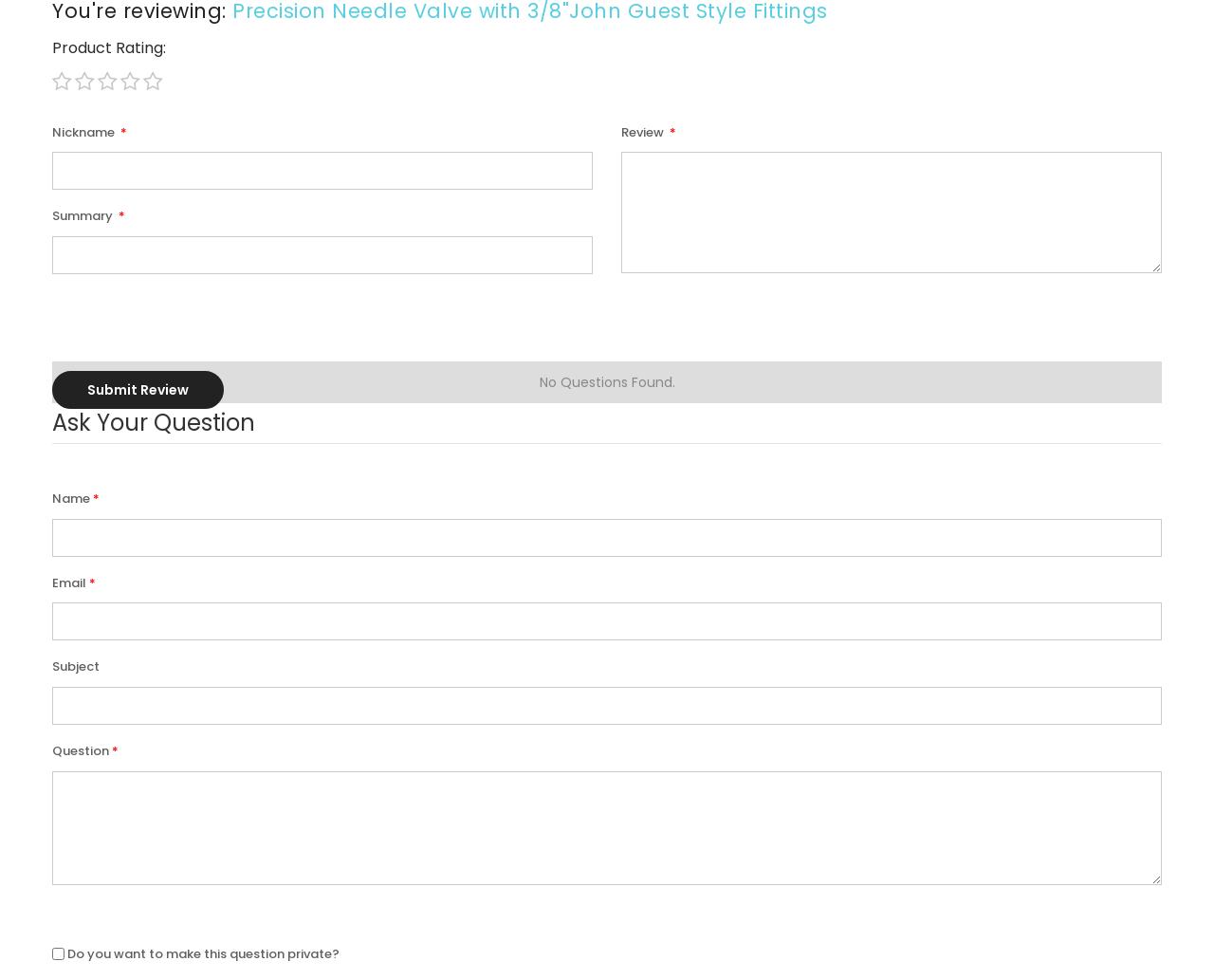  What do you see at coordinates (83, 131) in the screenshot?
I see `'Nickname'` at bounding box center [83, 131].